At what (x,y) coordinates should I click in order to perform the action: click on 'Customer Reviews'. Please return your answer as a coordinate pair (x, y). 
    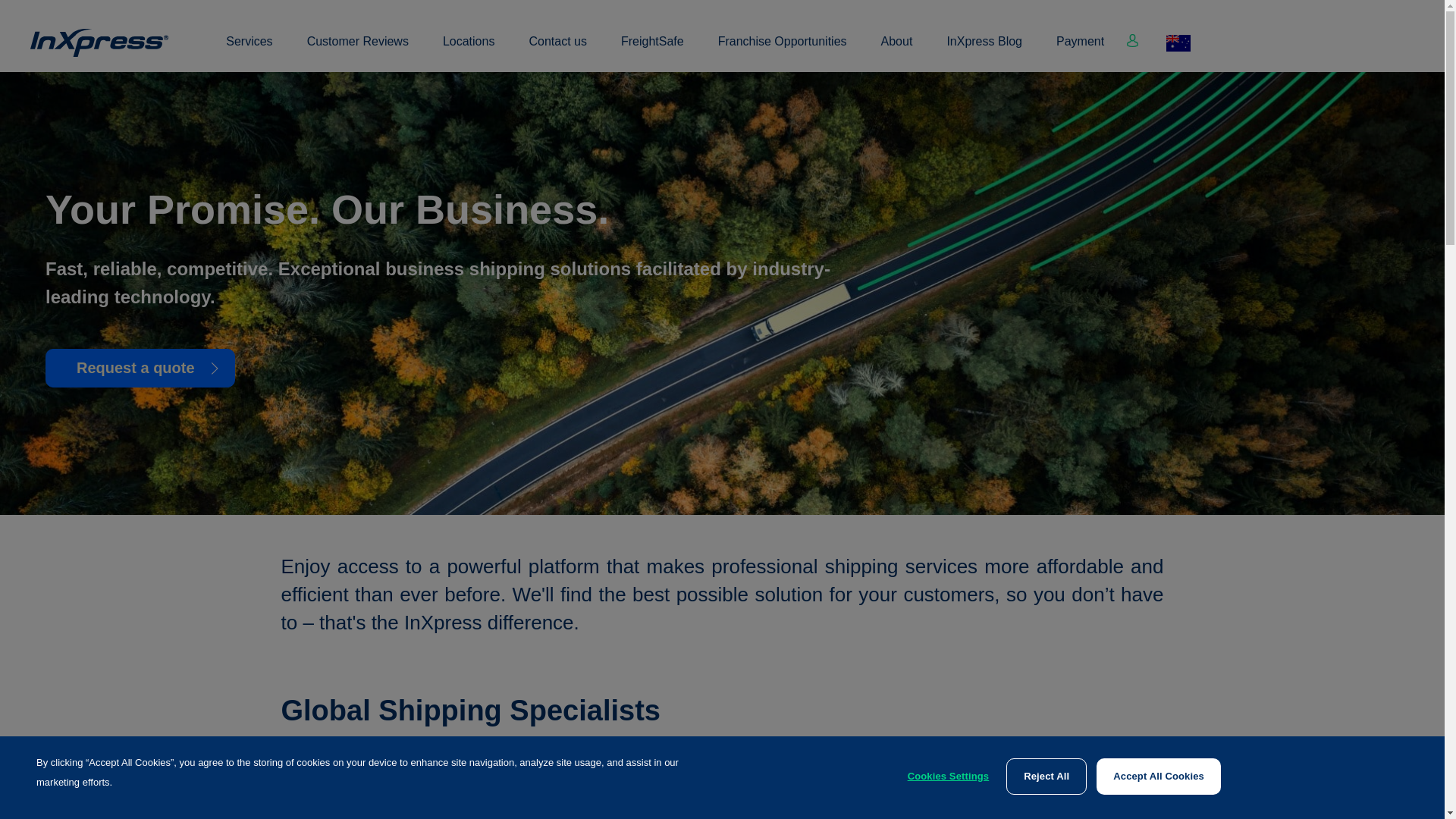
    Looking at the image, I should click on (356, 49).